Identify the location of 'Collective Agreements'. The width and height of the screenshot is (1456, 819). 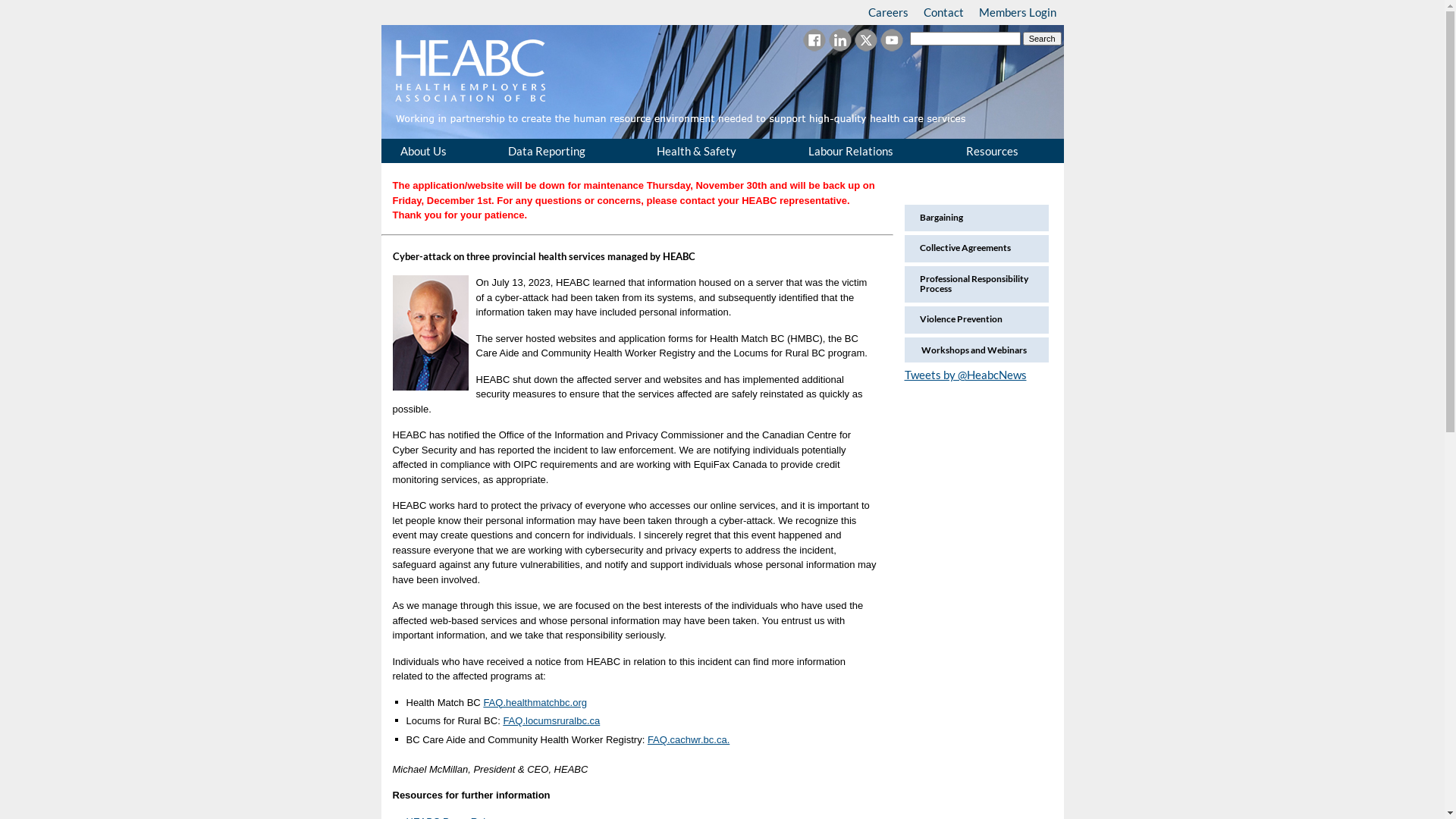
(903, 256).